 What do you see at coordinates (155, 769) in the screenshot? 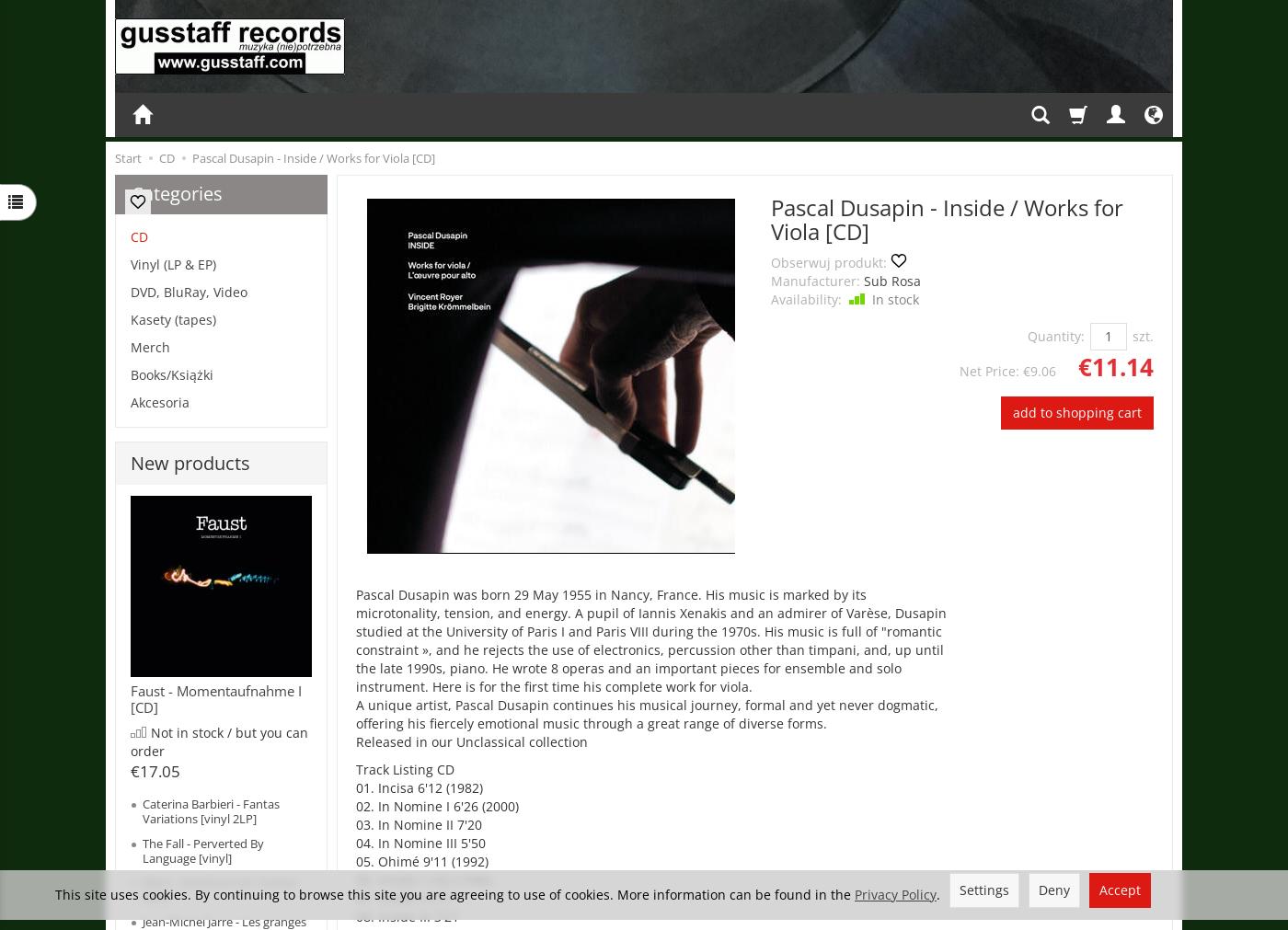
I see `'€17.05'` at bounding box center [155, 769].